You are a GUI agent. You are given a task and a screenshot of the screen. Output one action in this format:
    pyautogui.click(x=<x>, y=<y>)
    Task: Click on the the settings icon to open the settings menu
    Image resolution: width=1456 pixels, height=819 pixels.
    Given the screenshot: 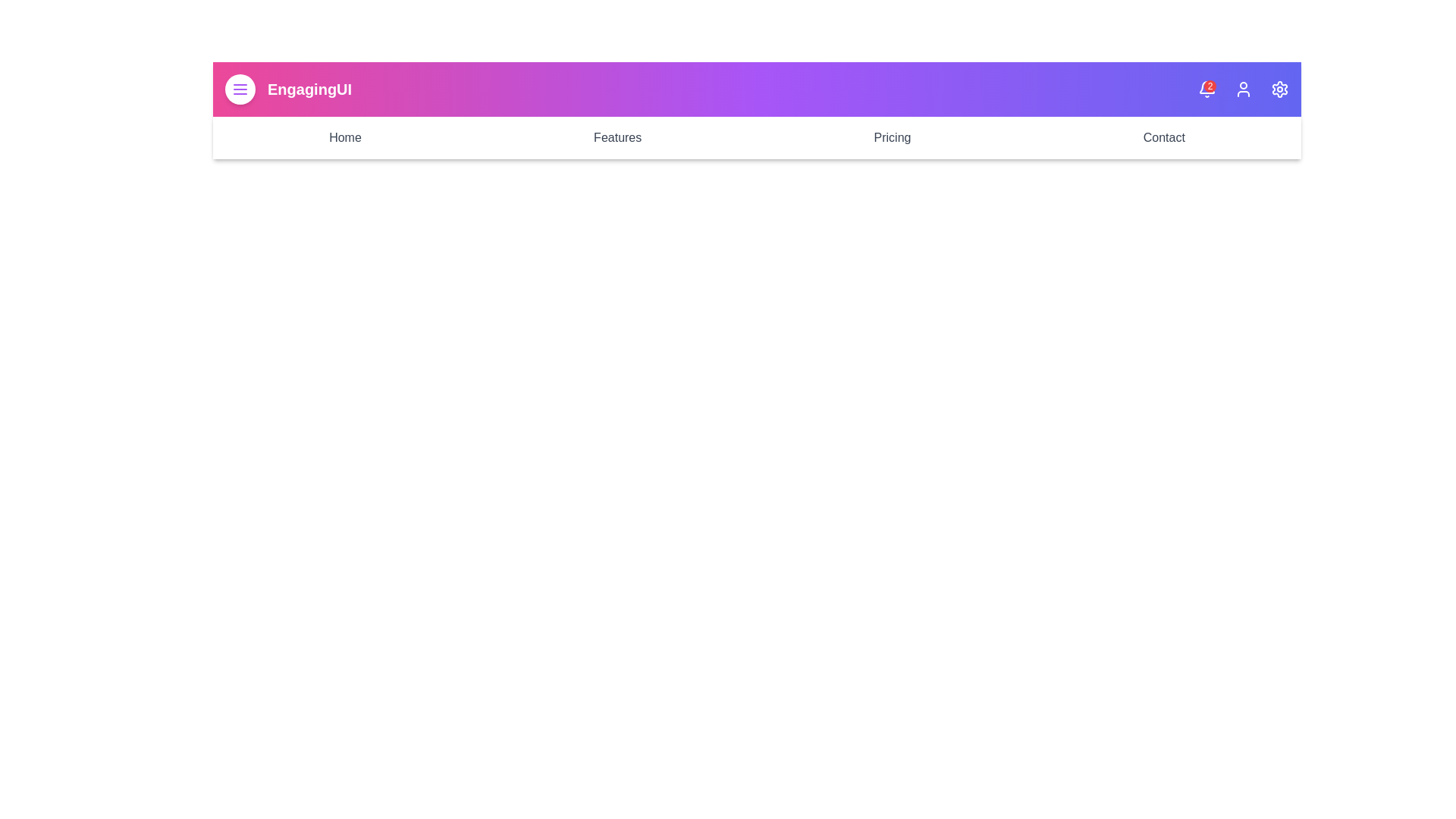 What is the action you would take?
    pyautogui.click(x=1279, y=89)
    